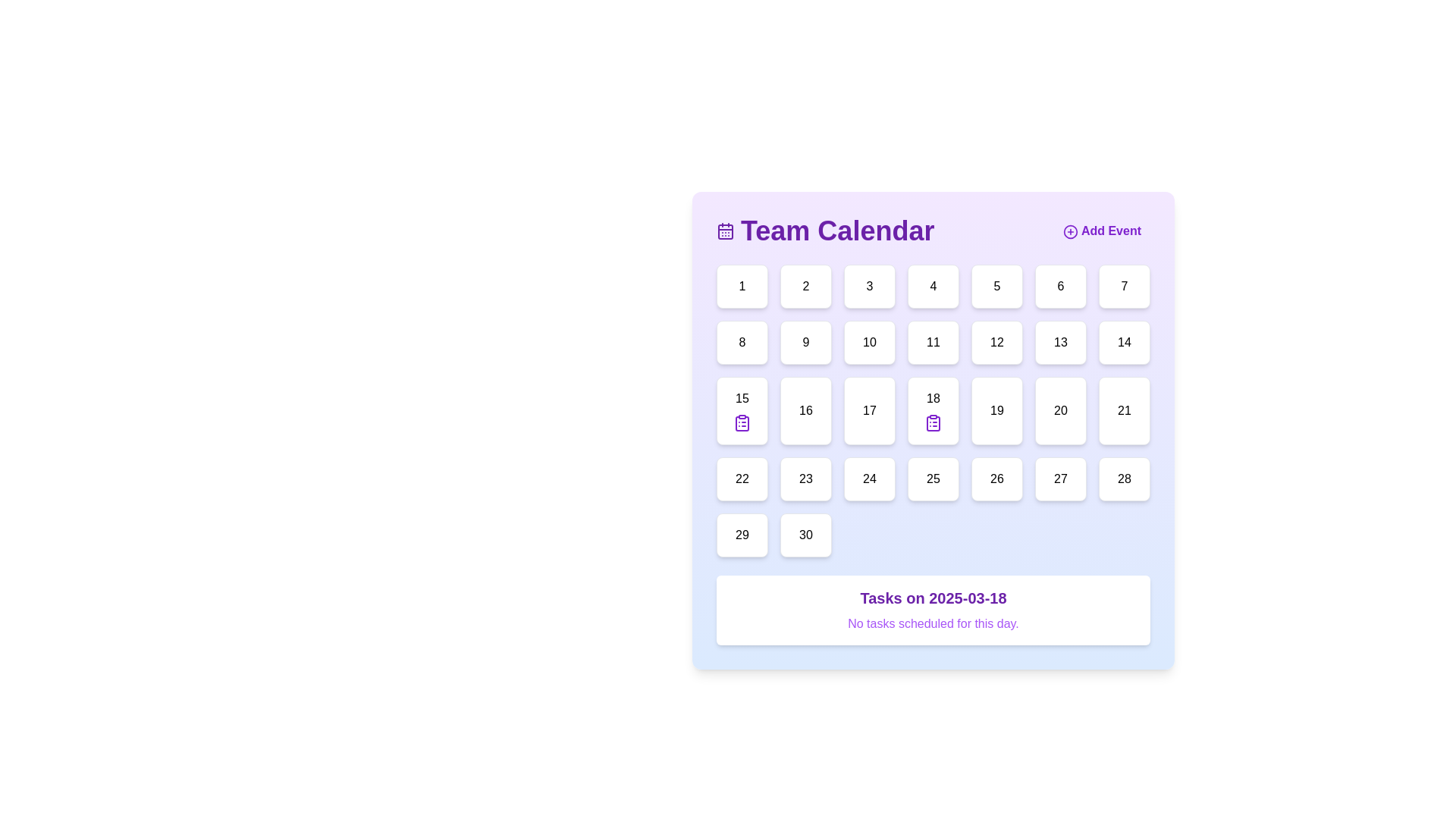 The height and width of the screenshot is (819, 1456). I want to click on the square button with rounded corners and the number '29' centered inside, so click(742, 534).